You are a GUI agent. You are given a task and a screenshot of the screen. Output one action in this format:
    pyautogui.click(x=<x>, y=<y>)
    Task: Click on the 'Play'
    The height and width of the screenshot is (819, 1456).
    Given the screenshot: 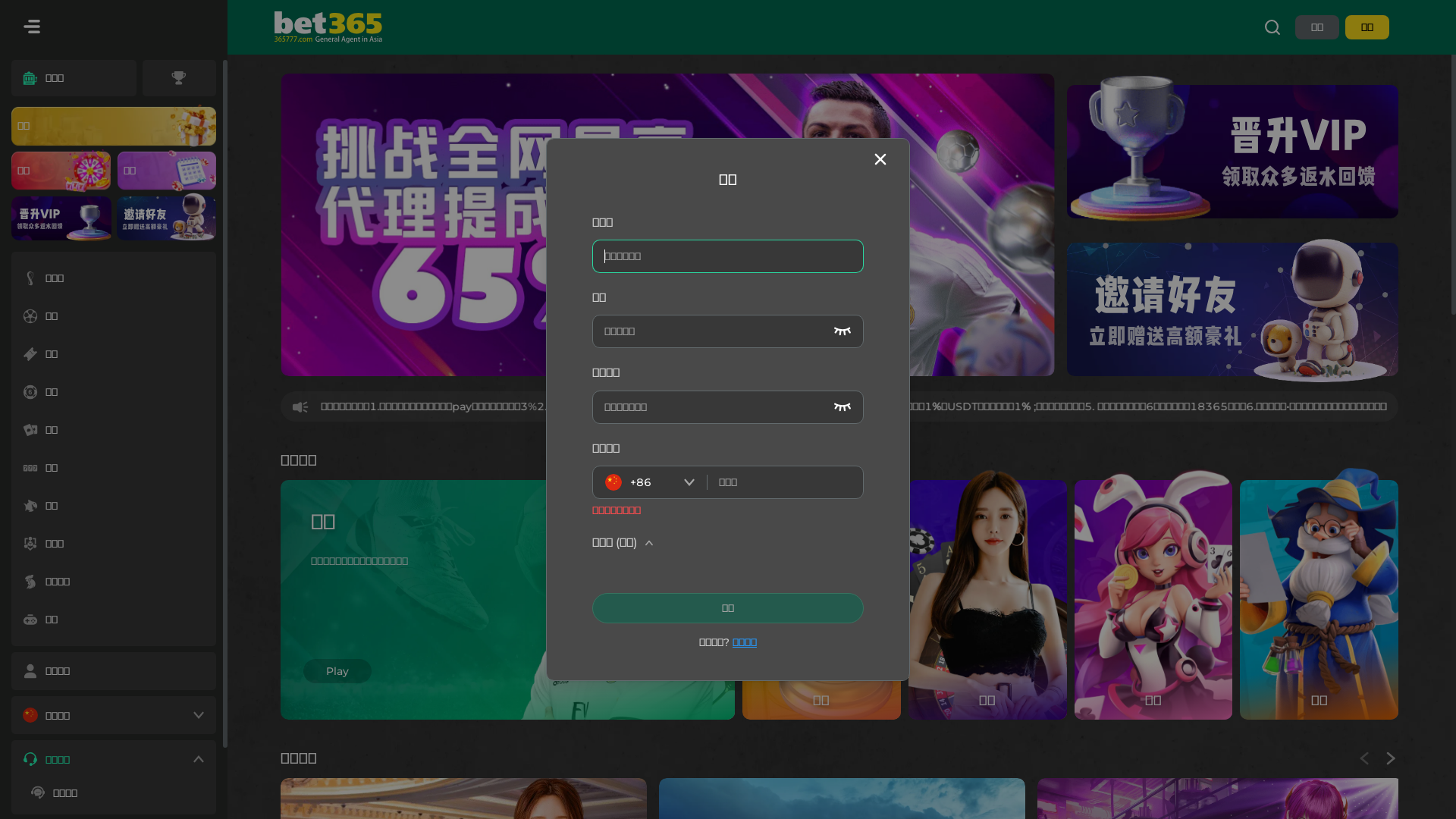 What is the action you would take?
    pyautogui.click(x=337, y=670)
    